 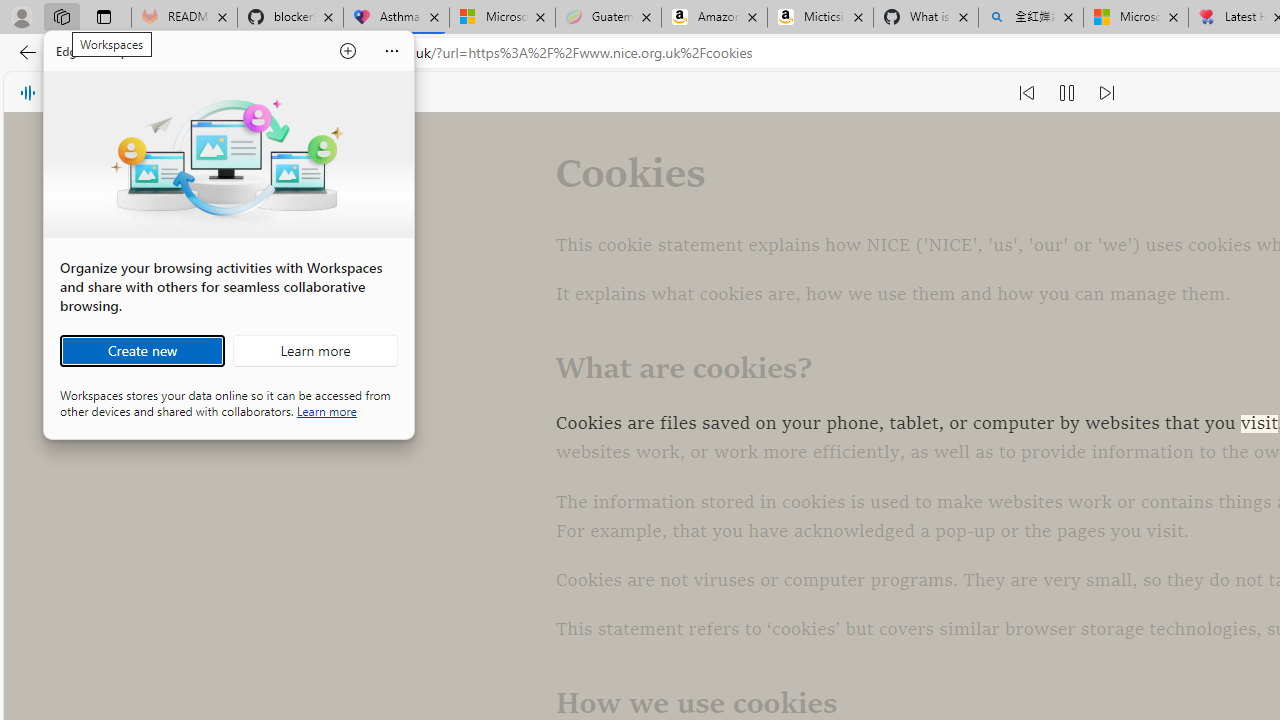 What do you see at coordinates (1065, 92) in the screenshot?
I see `'Pause read aloud (Ctrl+Shift+U)'` at bounding box center [1065, 92].